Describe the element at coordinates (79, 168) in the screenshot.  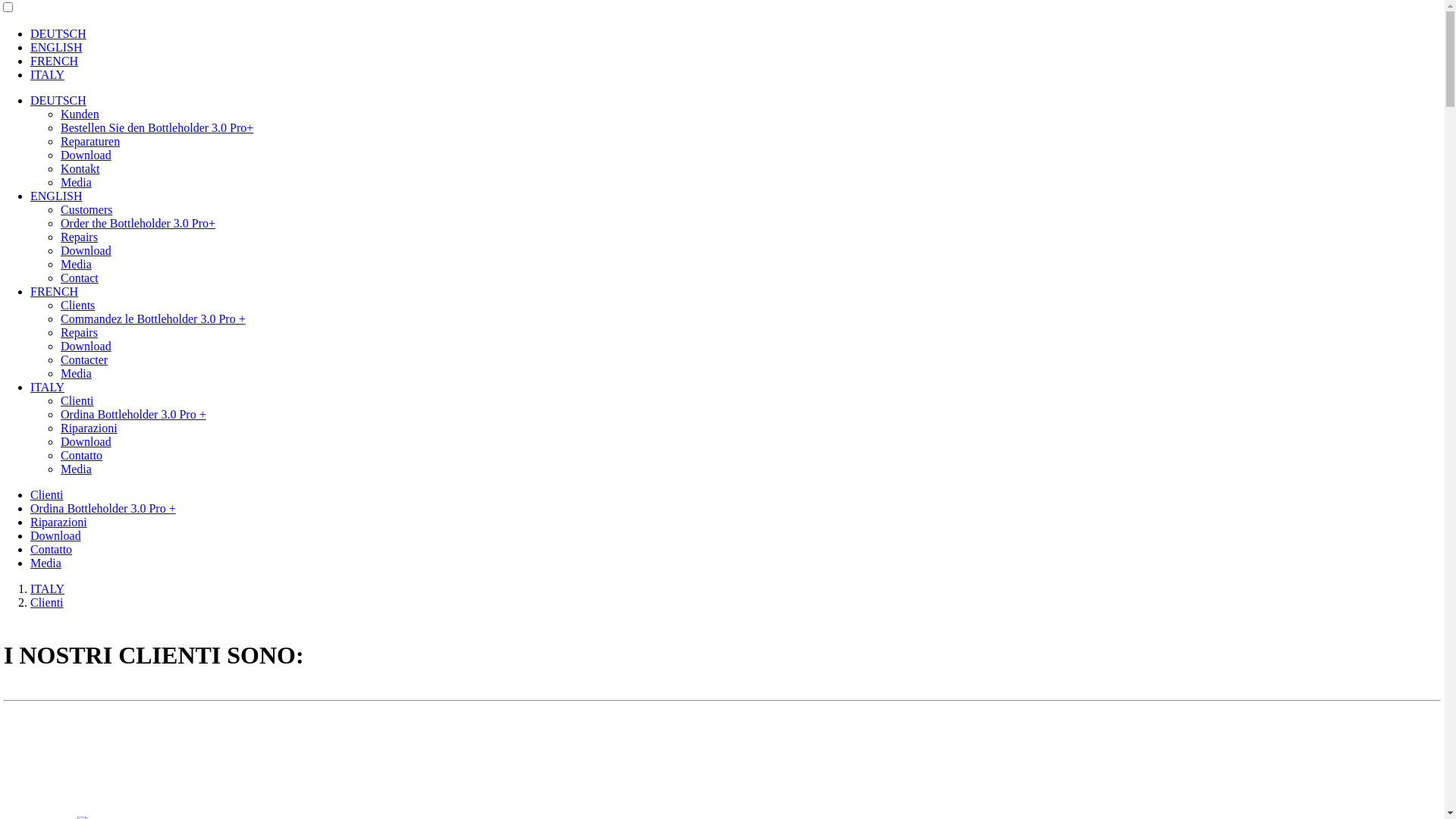
I see `'Kontakt'` at that location.